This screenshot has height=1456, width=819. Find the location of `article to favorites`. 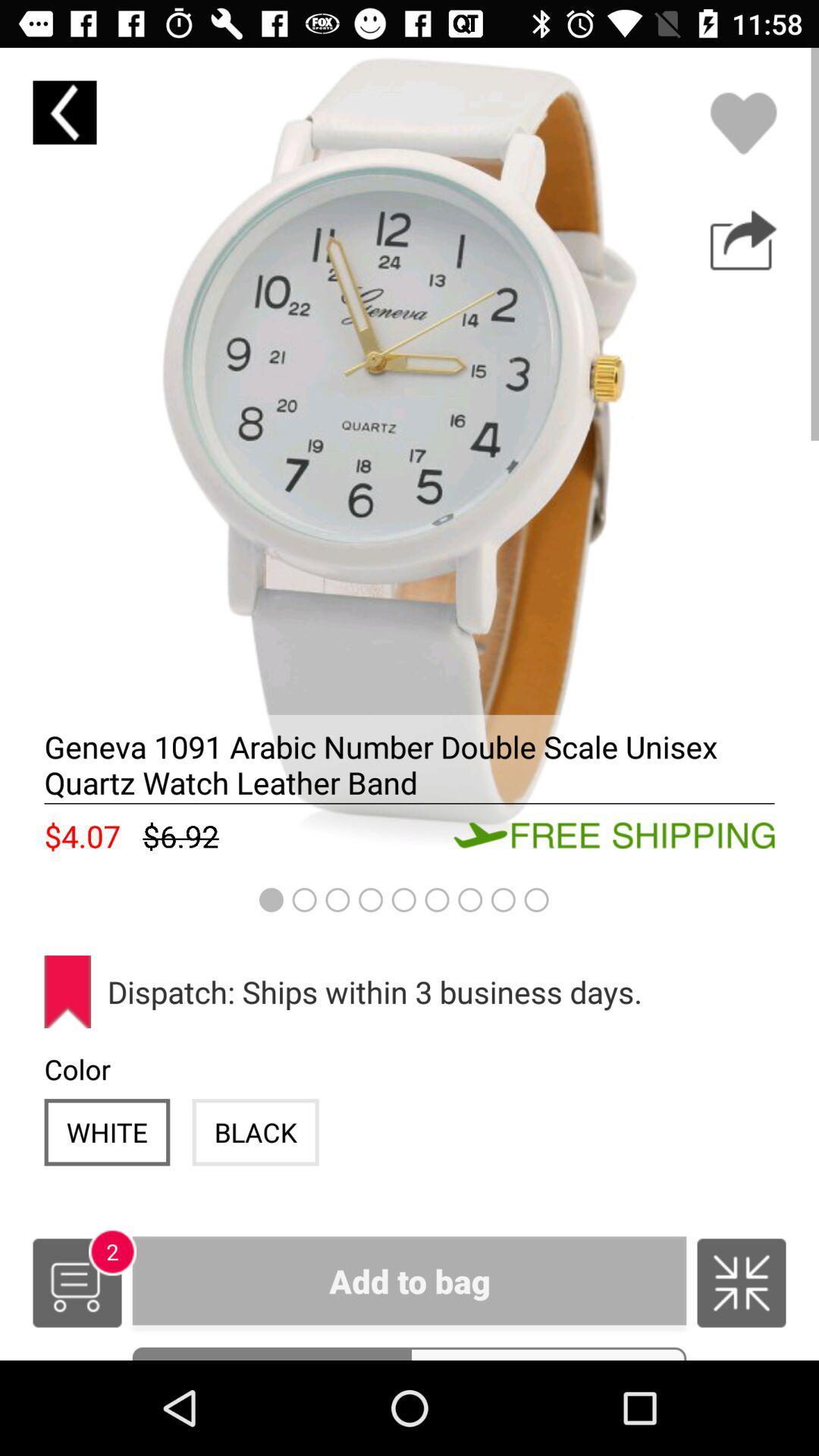

article to favorites is located at coordinates (742, 123).